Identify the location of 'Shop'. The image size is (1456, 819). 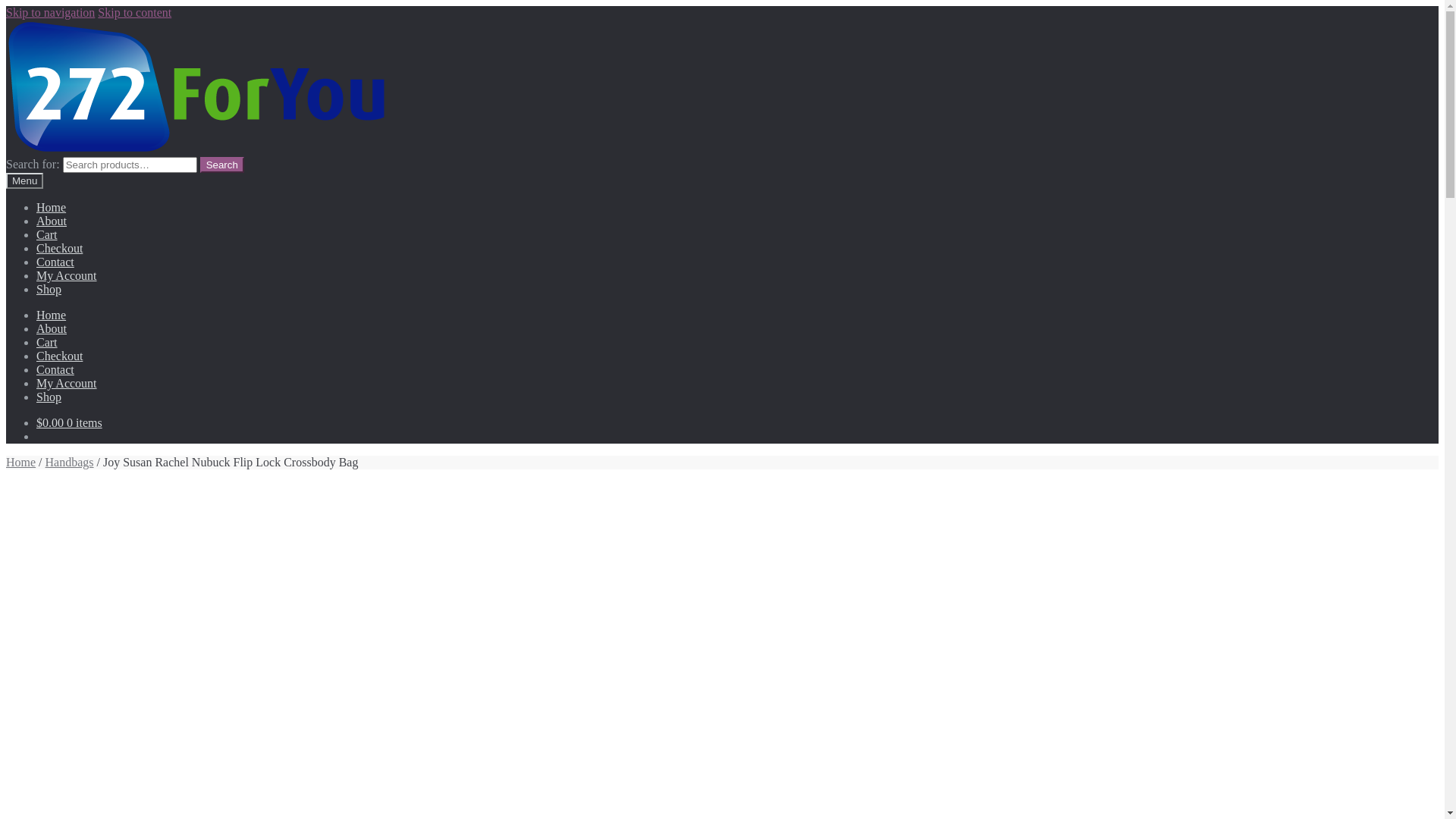
(49, 396).